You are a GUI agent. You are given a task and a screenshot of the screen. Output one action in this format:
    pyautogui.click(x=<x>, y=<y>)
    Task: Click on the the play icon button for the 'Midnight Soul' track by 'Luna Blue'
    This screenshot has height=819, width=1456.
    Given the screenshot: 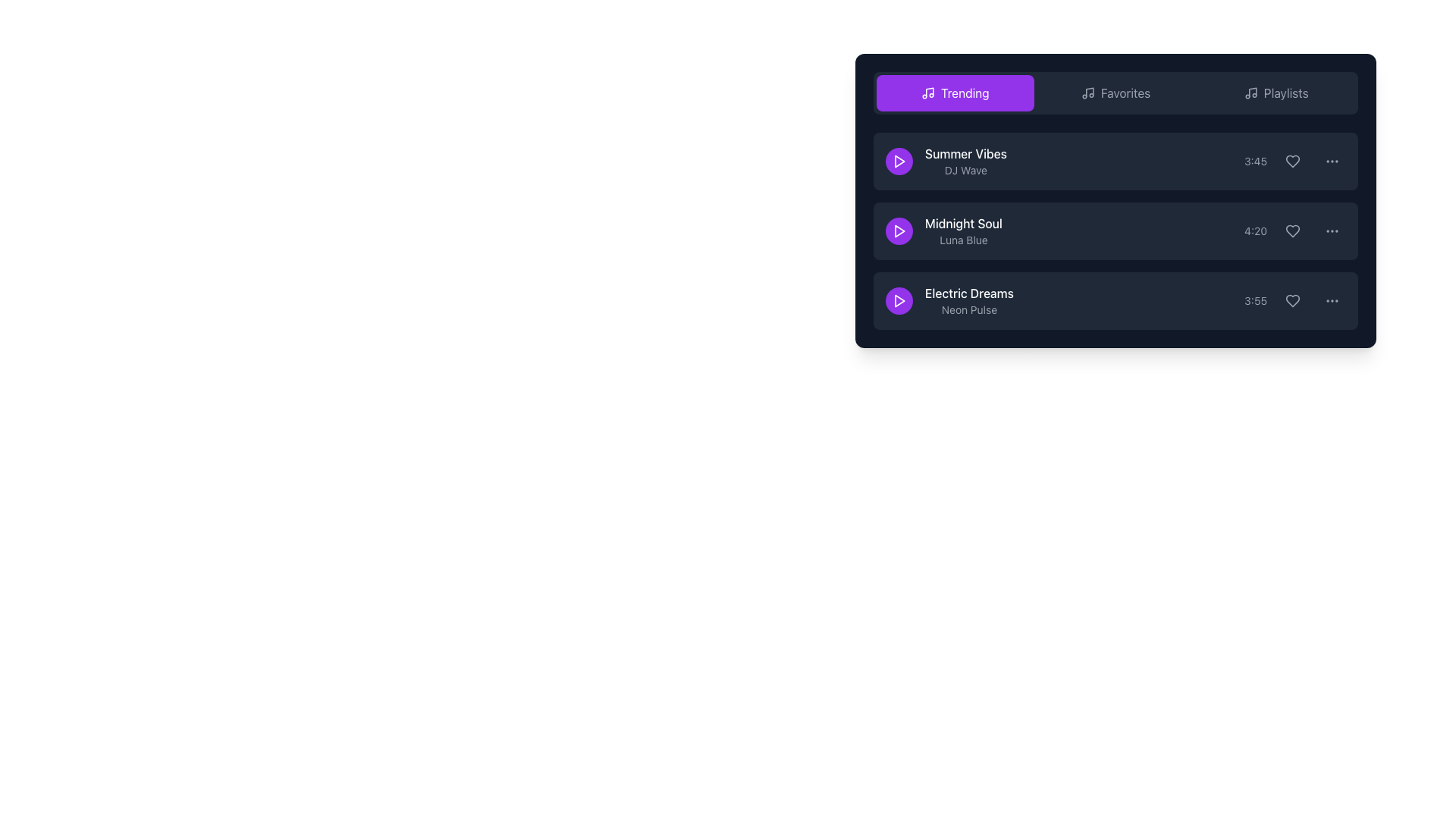 What is the action you would take?
    pyautogui.click(x=899, y=231)
    